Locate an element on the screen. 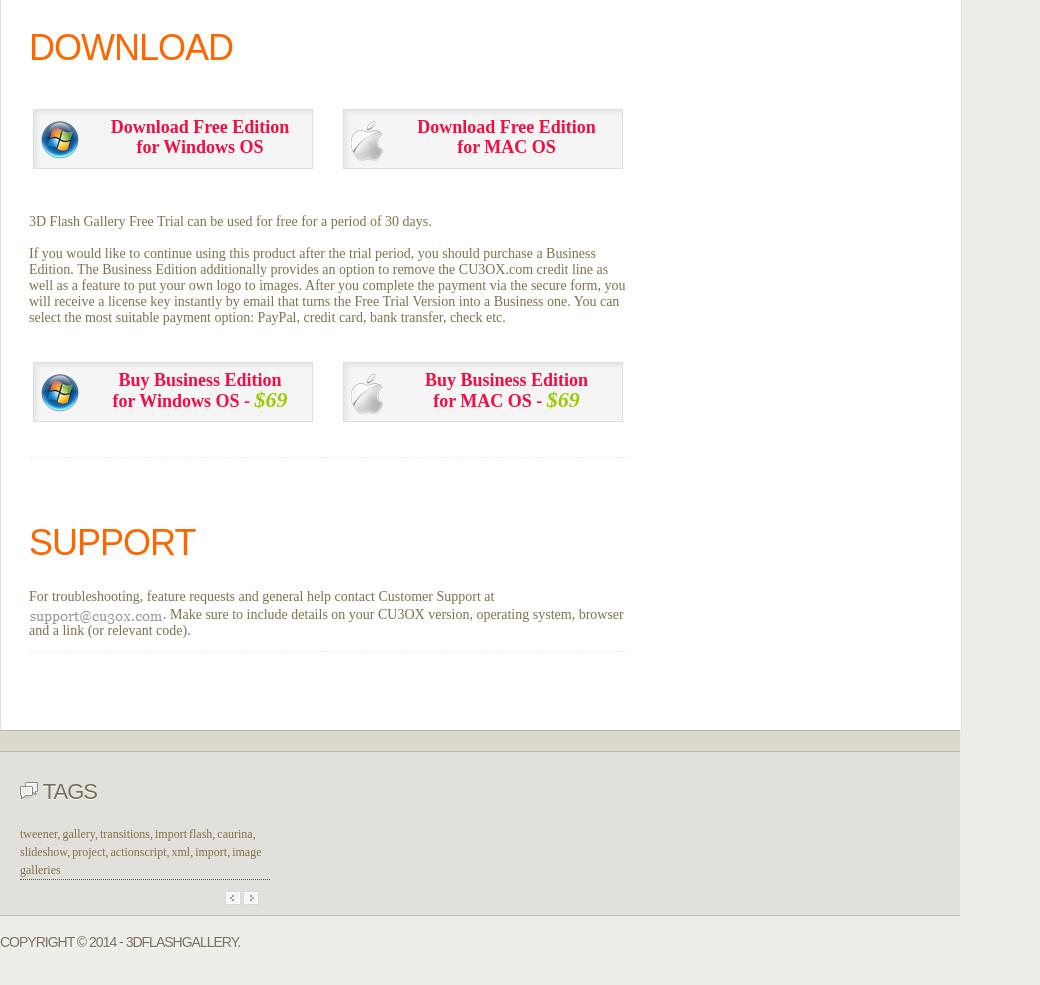 This screenshot has width=1040, height=985. 'Tags' is located at coordinates (66, 789).